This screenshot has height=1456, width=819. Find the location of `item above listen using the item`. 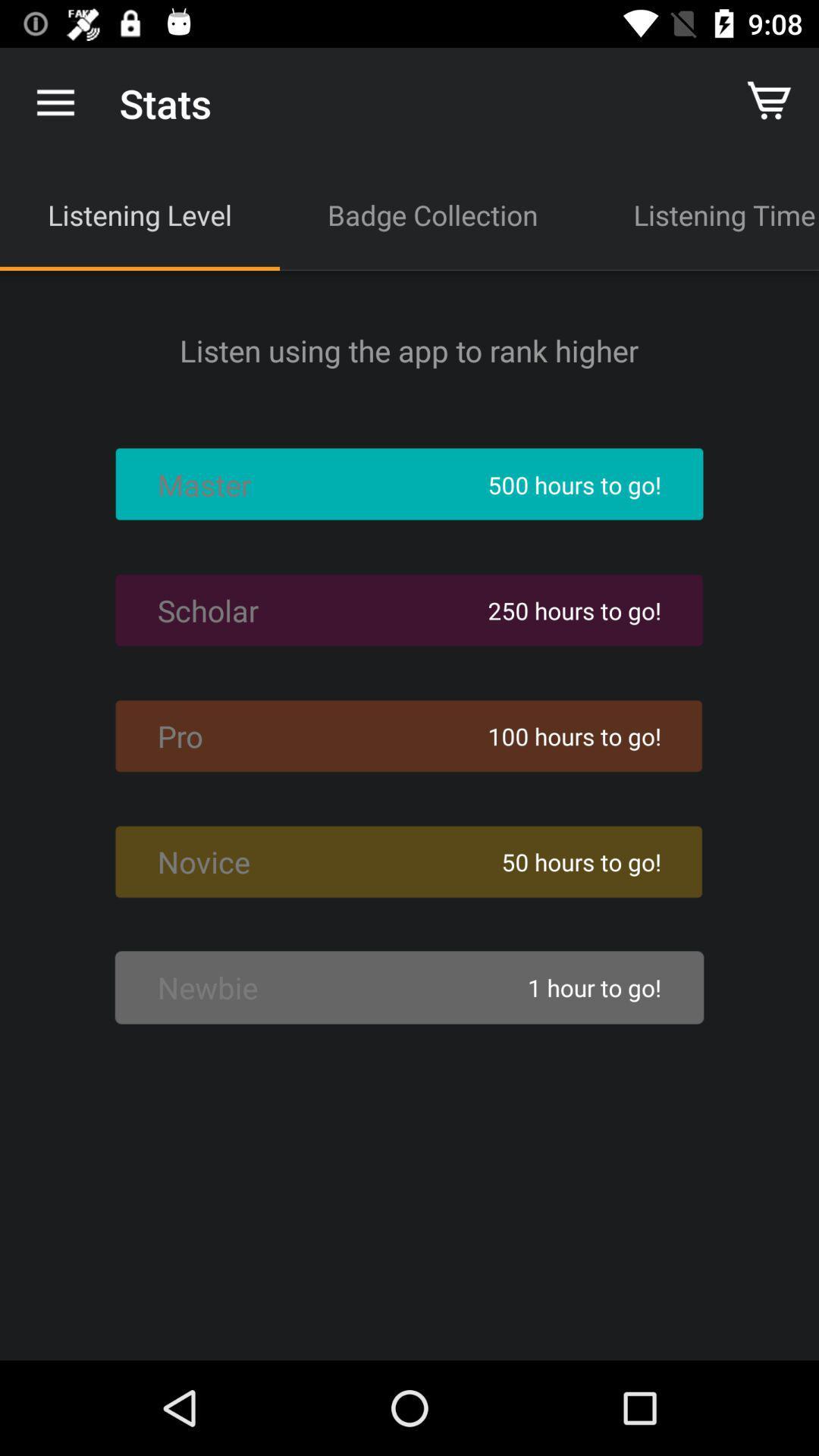

item above listen using the item is located at coordinates (702, 214).